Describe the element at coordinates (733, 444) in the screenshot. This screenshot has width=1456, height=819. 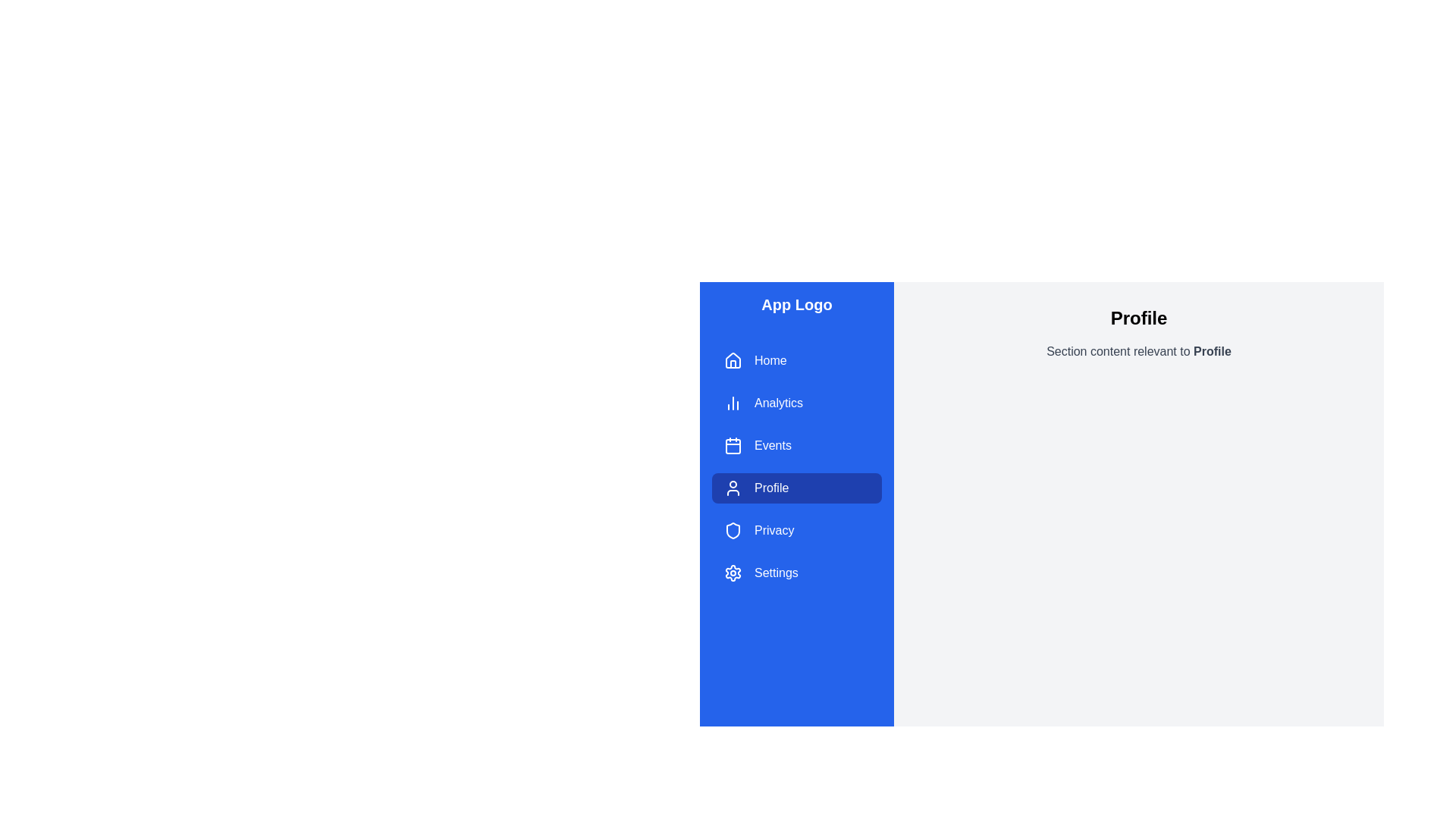
I see `the calendar icon located in the navigation sidebar beside the text 'Events'` at that location.